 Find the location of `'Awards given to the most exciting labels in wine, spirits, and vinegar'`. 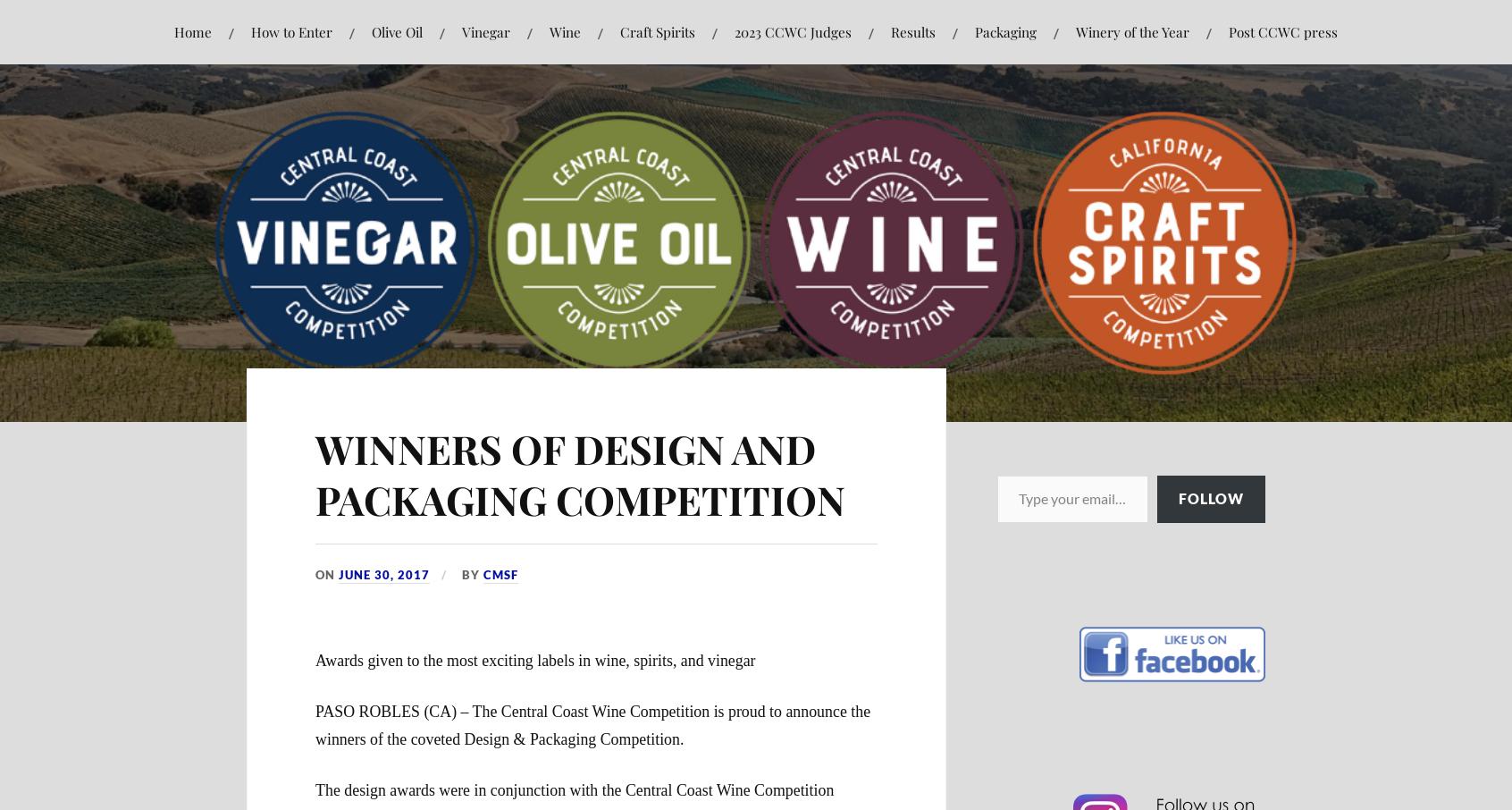

'Awards given to the most exciting labels in wine, spirits, and vinegar' is located at coordinates (533, 660).